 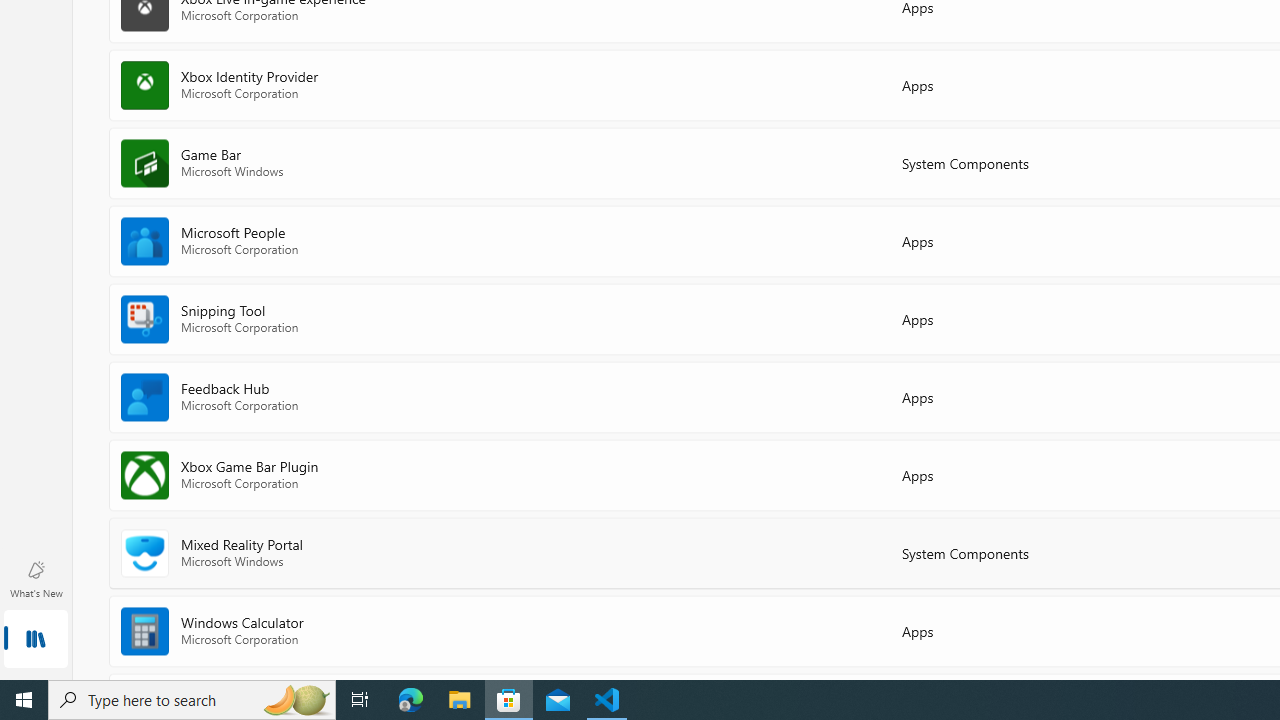 What do you see at coordinates (35, 578) in the screenshot?
I see `'What'` at bounding box center [35, 578].